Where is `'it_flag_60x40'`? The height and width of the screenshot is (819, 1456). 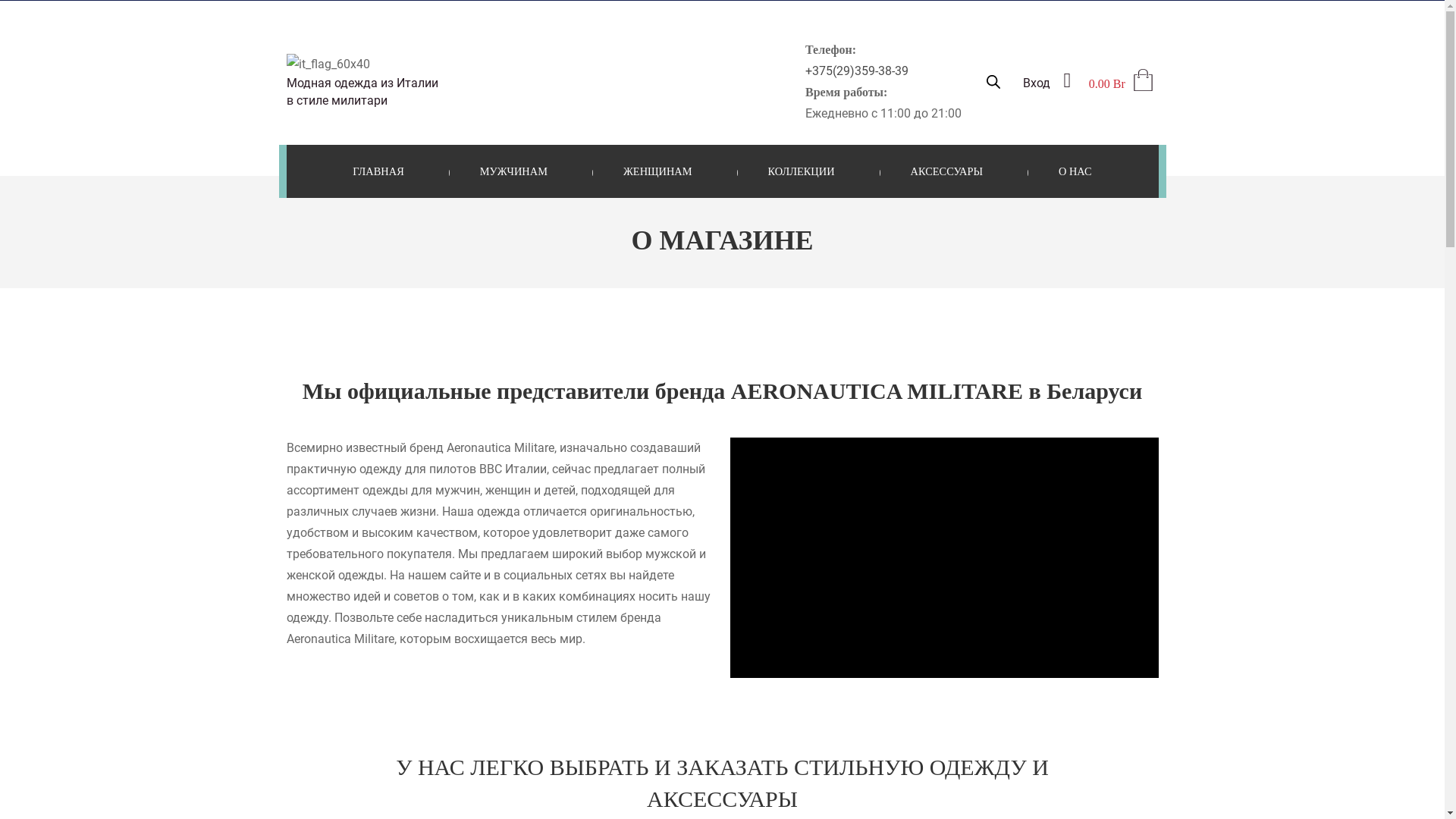
'it_flag_60x40' is located at coordinates (327, 63).